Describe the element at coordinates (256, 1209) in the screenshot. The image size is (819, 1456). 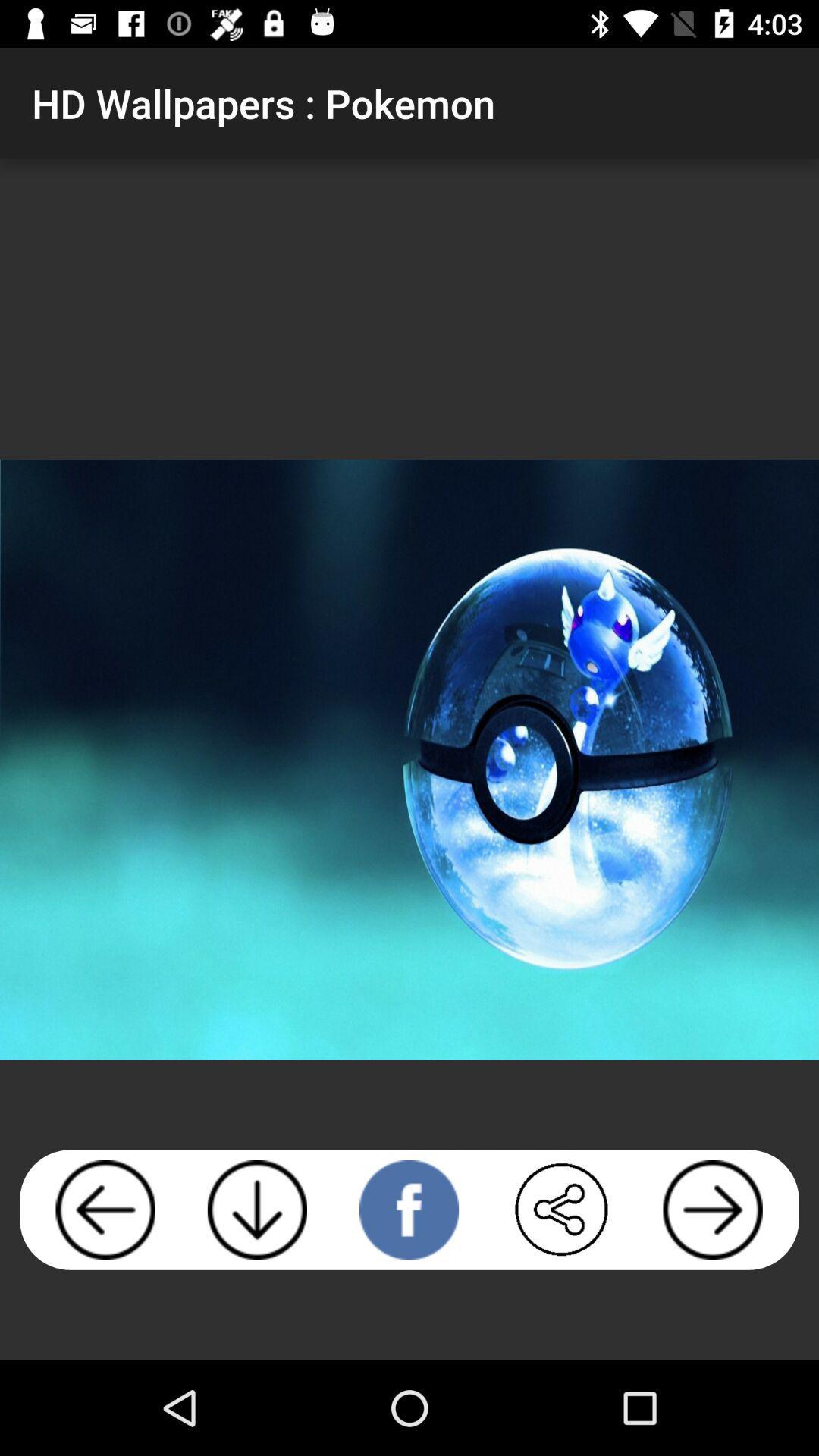
I see `the arrow_downward icon` at that location.